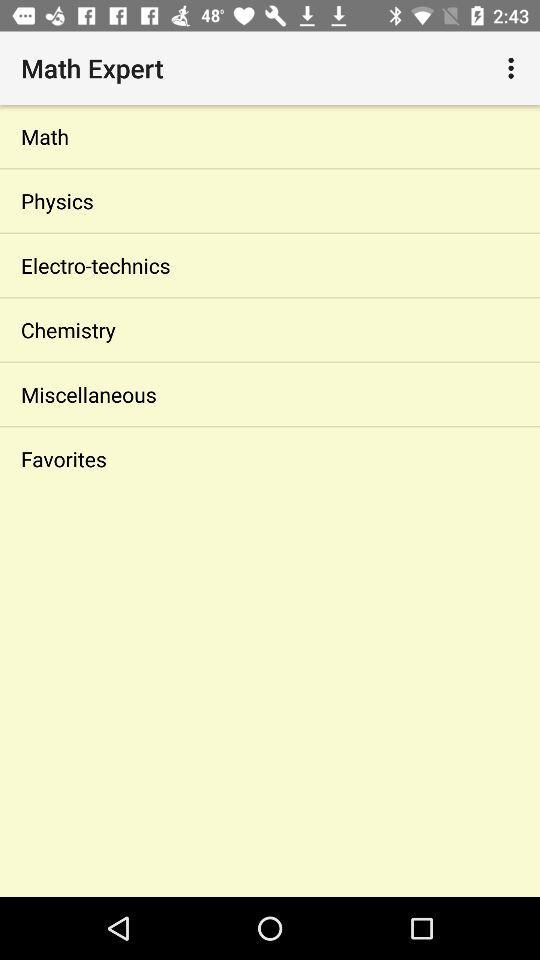 The height and width of the screenshot is (960, 540). What do you see at coordinates (270, 201) in the screenshot?
I see `the physics` at bounding box center [270, 201].